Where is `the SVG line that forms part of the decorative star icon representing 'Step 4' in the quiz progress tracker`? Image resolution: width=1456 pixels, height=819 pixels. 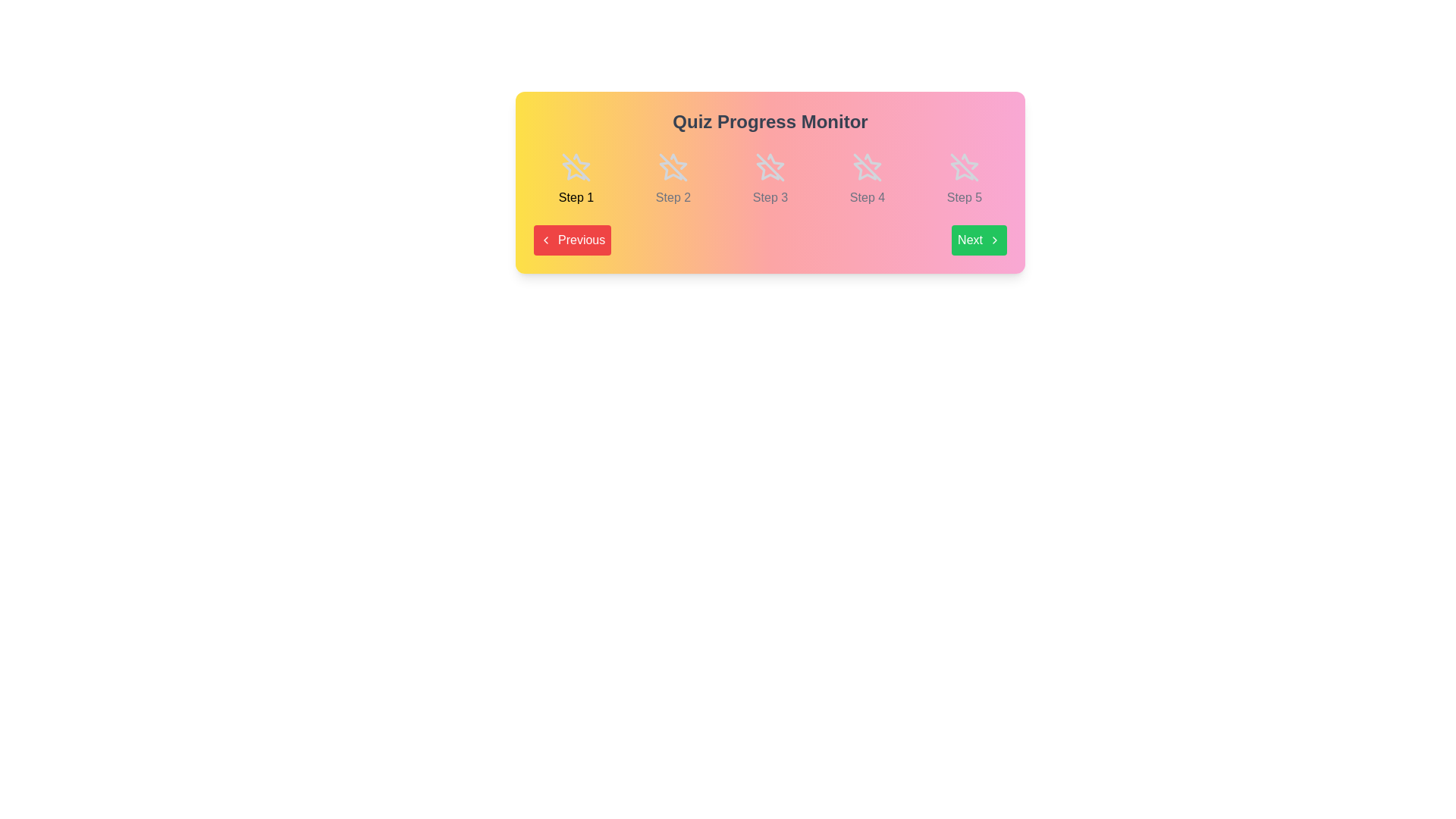
the SVG line that forms part of the decorative star icon representing 'Step 4' in the quiz progress tracker is located at coordinates (867, 167).